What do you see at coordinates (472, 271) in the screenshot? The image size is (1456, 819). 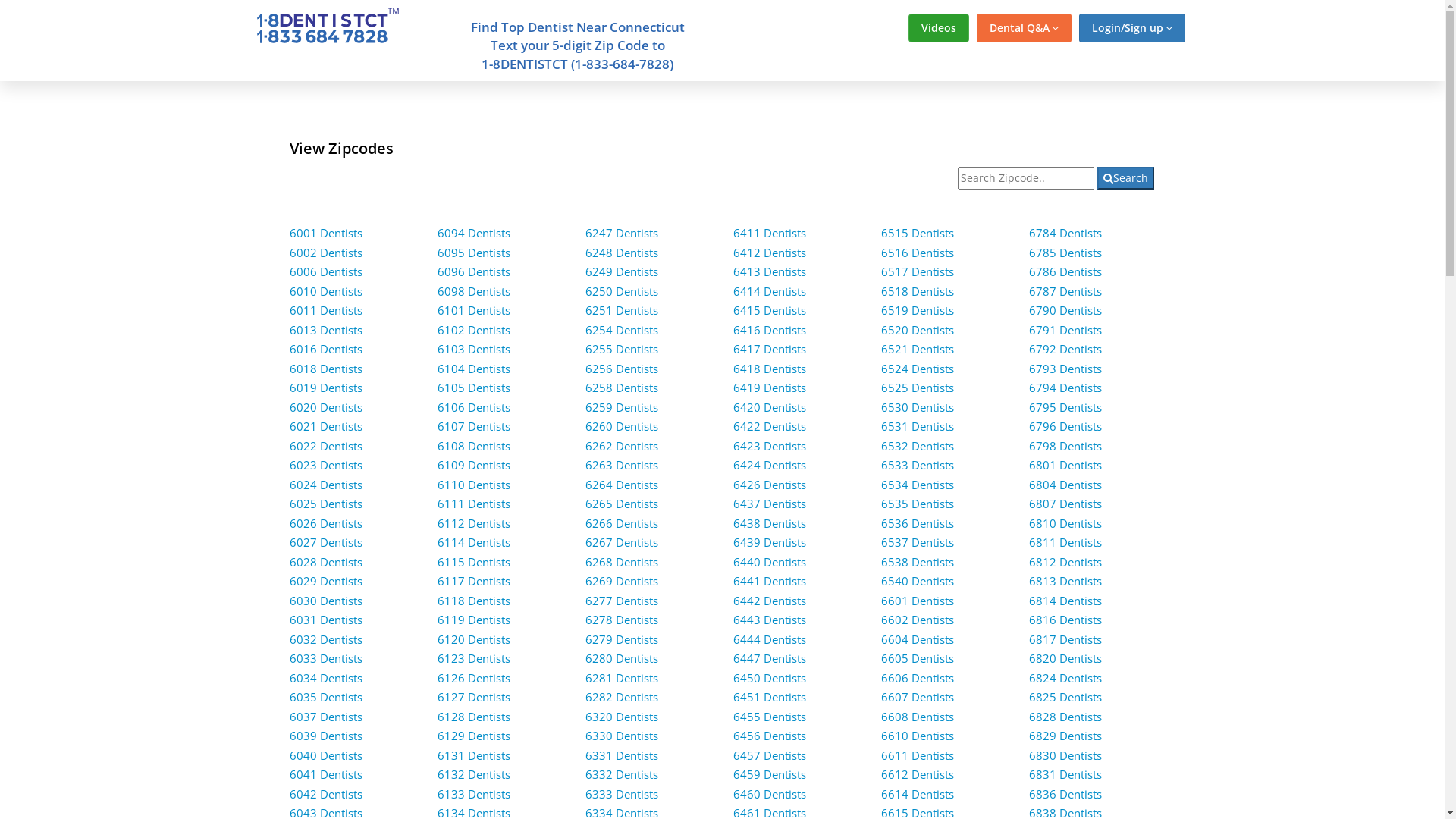 I see `'6096 Dentists'` at bounding box center [472, 271].